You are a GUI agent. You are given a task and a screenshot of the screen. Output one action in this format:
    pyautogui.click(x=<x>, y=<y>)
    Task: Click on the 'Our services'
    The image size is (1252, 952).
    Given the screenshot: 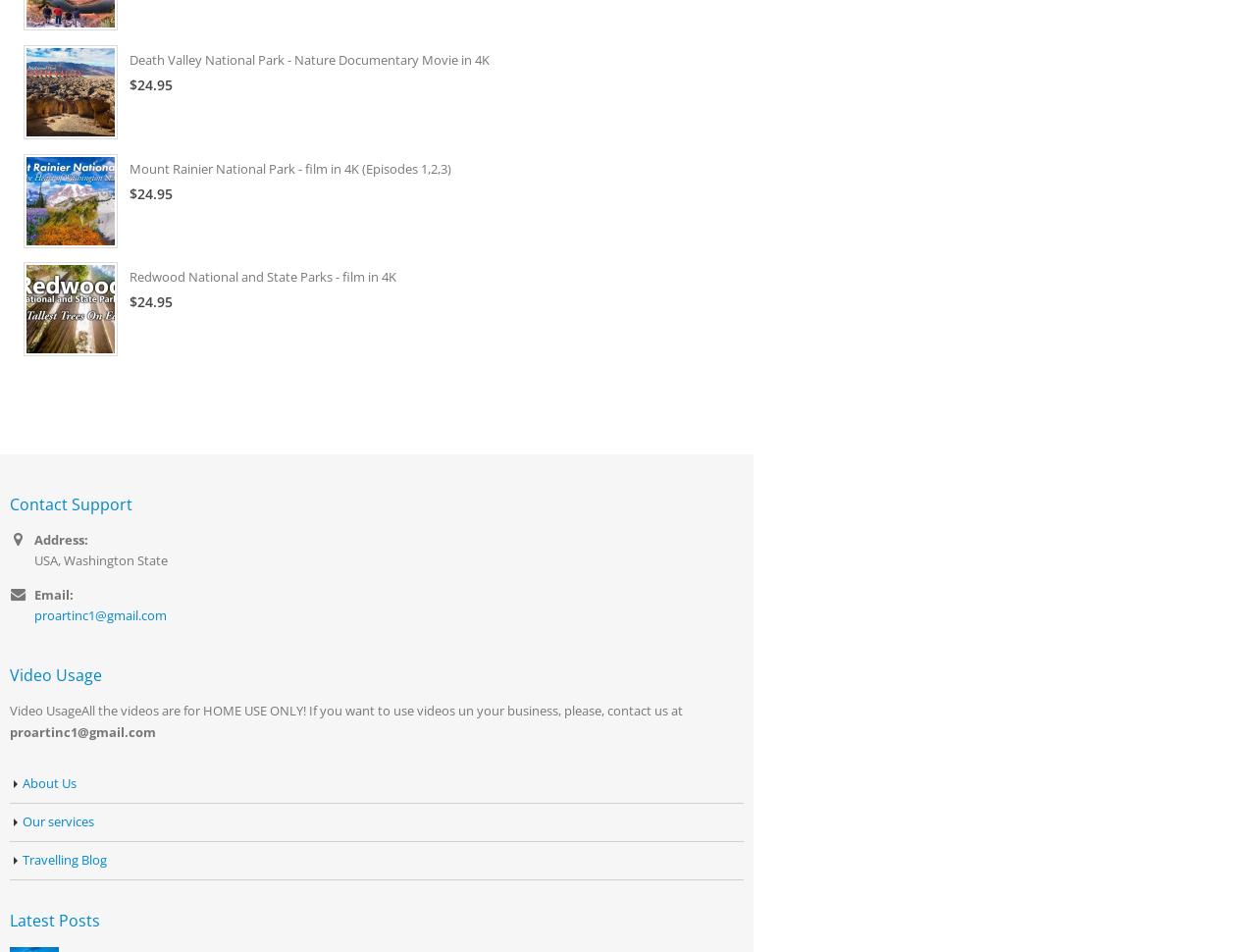 What is the action you would take?
    pyautogui.click(x=57, y=820)
    